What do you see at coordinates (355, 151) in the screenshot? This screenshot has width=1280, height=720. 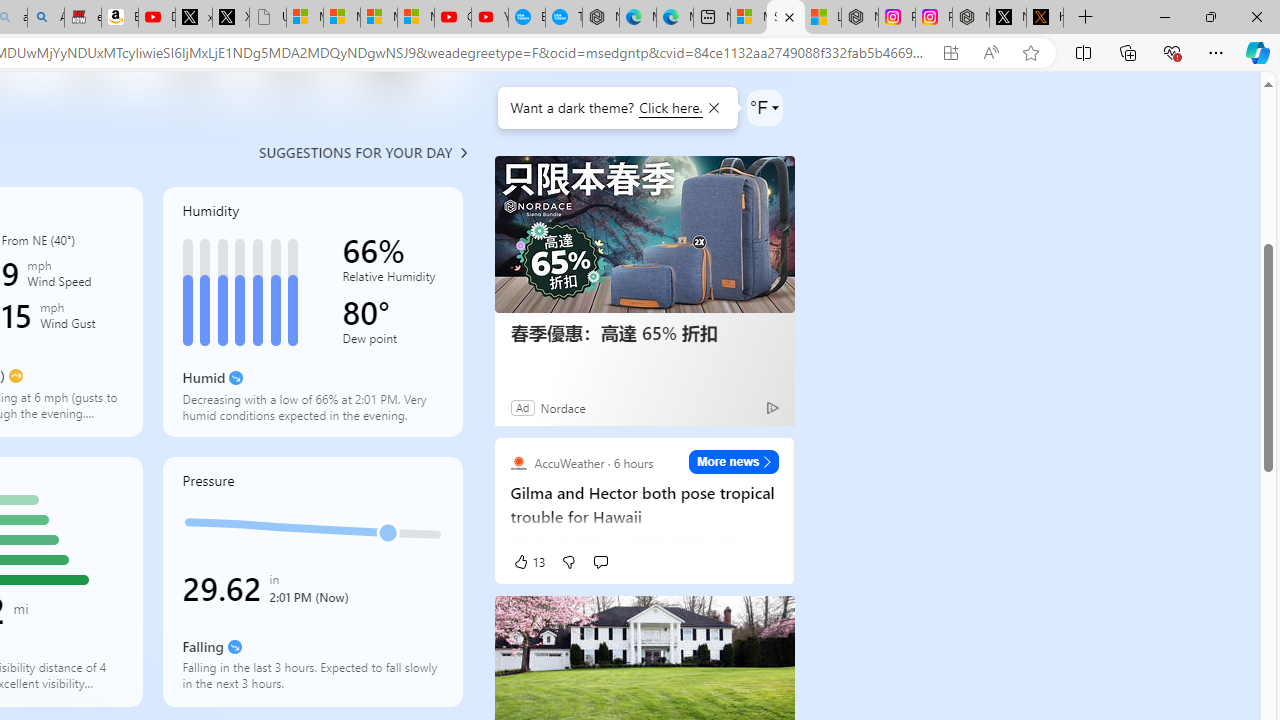 I see `'Suggestions for your day'` at bounding box center [355, 151].